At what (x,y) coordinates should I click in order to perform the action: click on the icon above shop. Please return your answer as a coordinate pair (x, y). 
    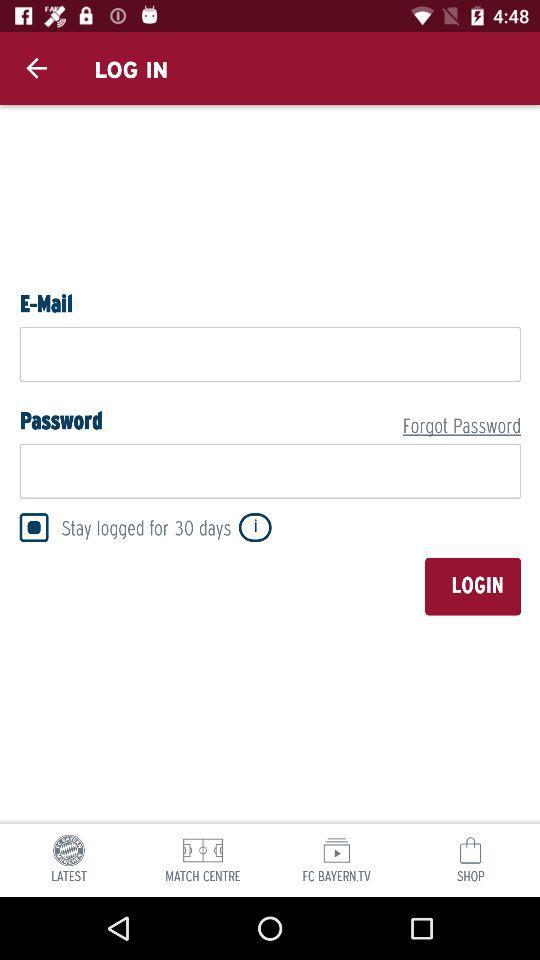
    Looking at the image, I should click on (470, 849).